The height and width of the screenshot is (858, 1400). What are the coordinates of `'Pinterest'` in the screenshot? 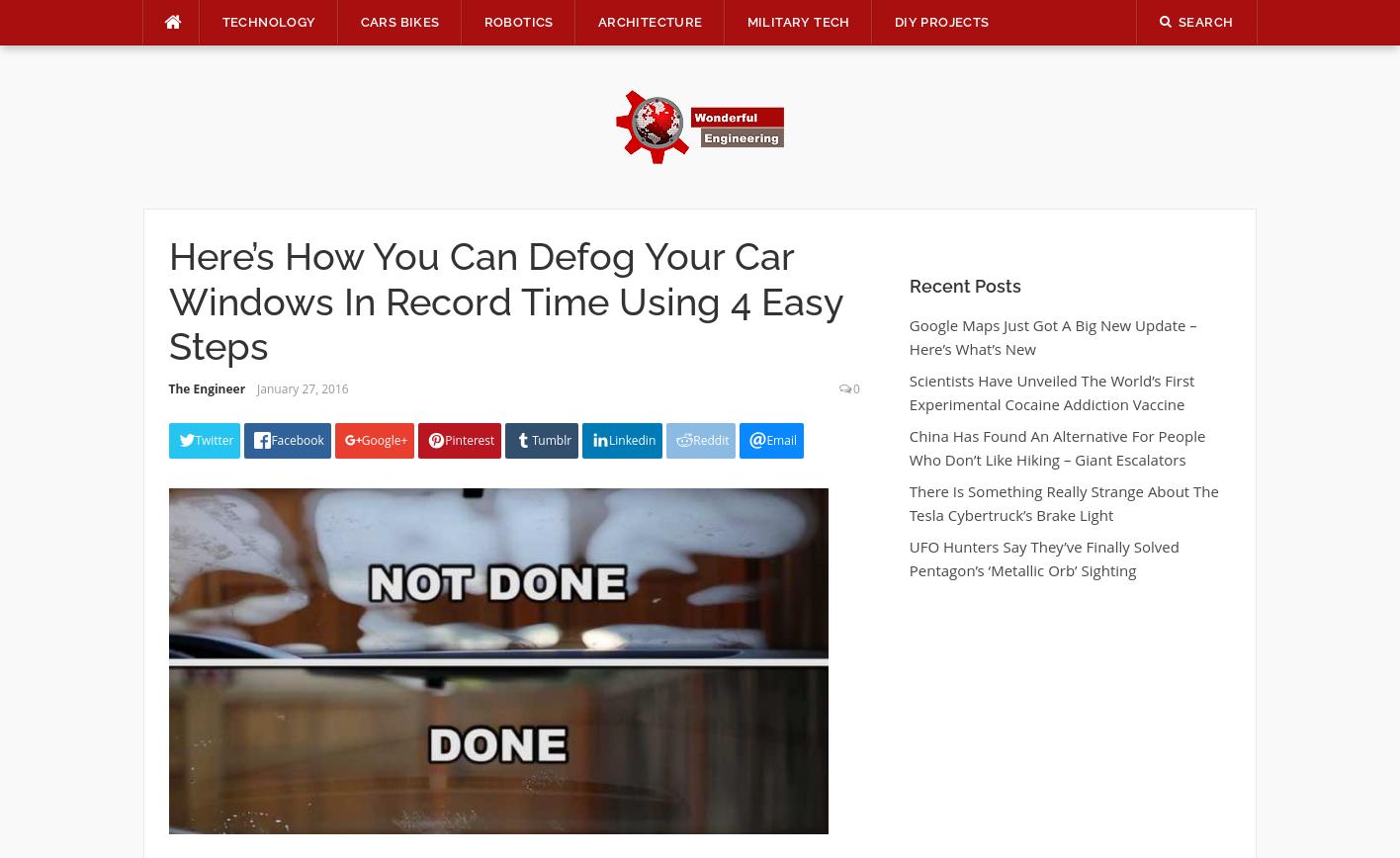 It's located at (470, 439).